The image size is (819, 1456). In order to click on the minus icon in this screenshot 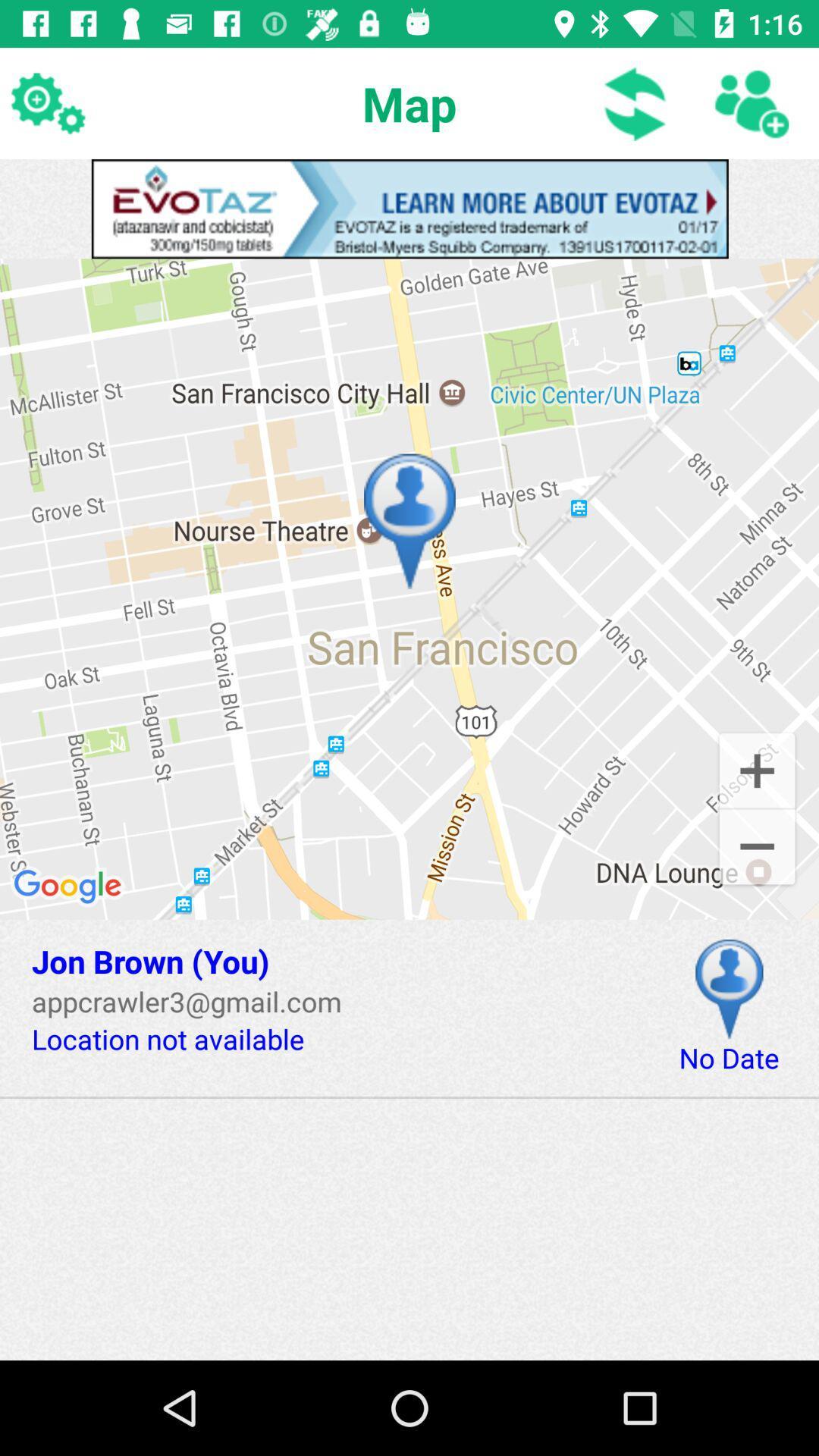, I will do `click(757, 848)`.